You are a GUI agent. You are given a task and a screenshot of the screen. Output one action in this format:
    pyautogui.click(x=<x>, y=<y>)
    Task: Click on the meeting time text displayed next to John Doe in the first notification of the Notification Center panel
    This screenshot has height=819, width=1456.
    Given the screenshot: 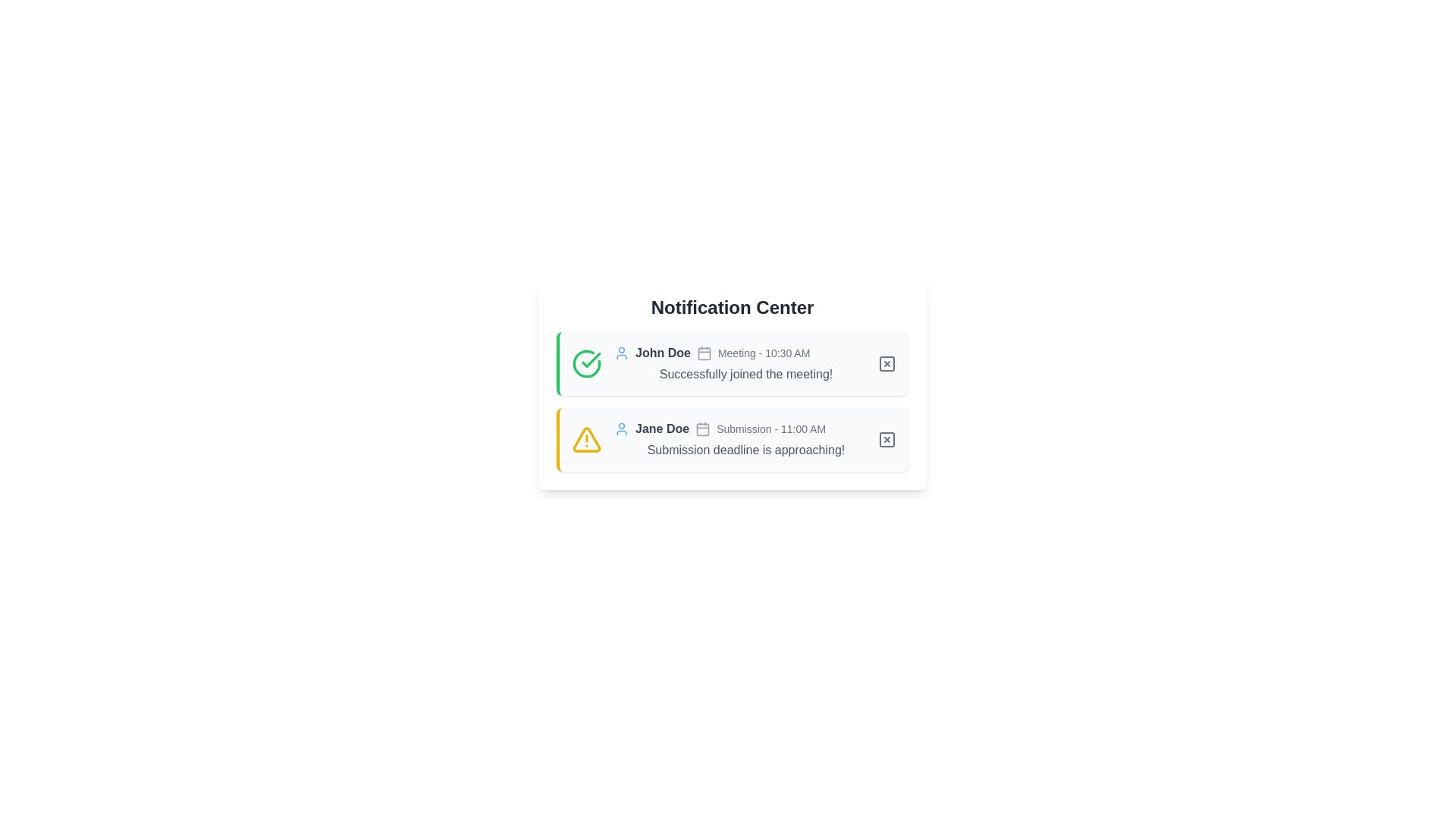 What is the action you would take?
    pyautogui.click(x=764, y=353)
    